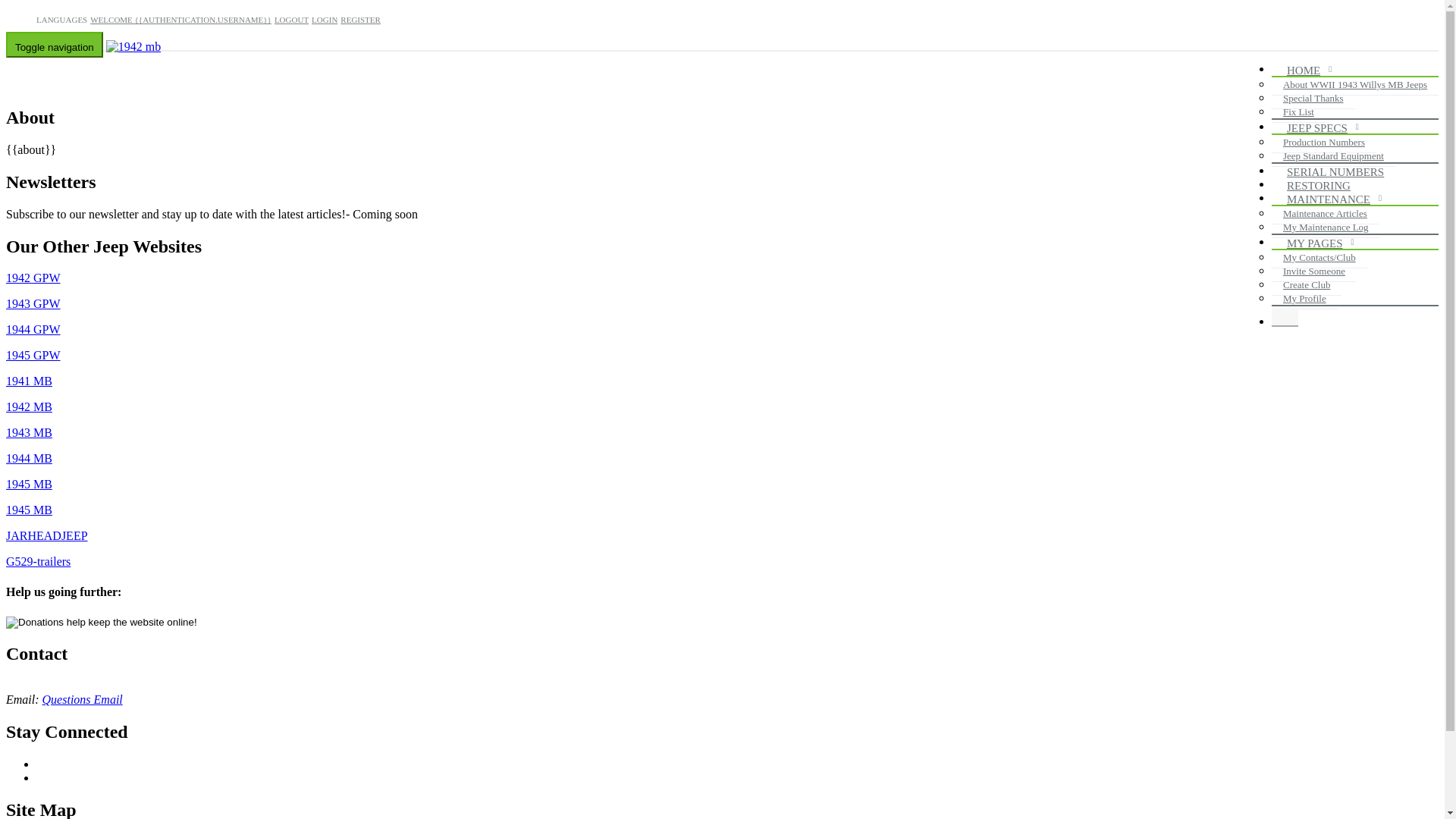 This screenshot has height=819, width=1456. I want to click on 'LANGUAGES', so click(61, 20).